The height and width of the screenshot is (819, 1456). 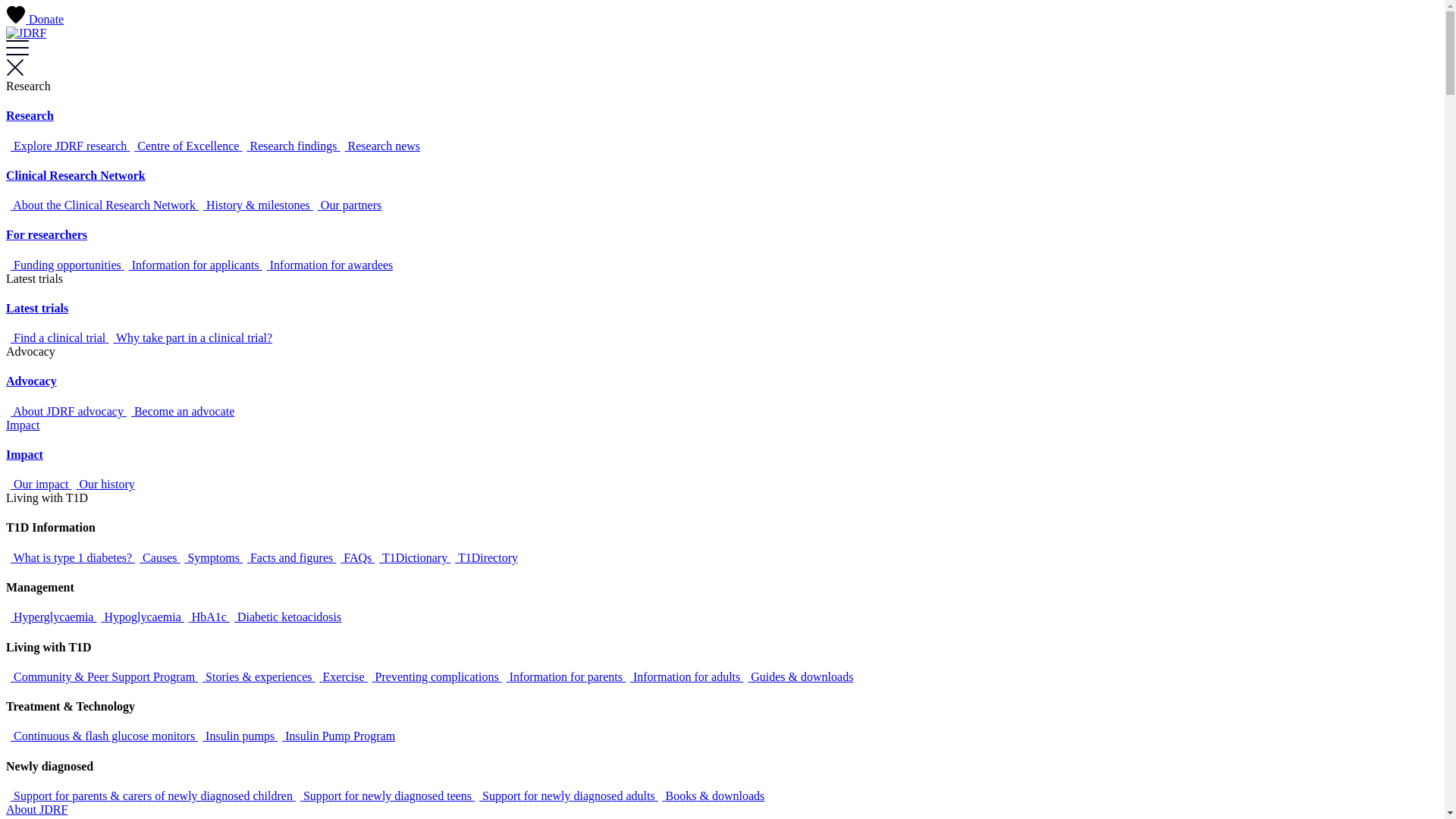 What do you see at coordinates (150, 795) in the screenshot?
I see `'Support for parents & carers of newly diagnosed children'` at bounding box center [150, 795].